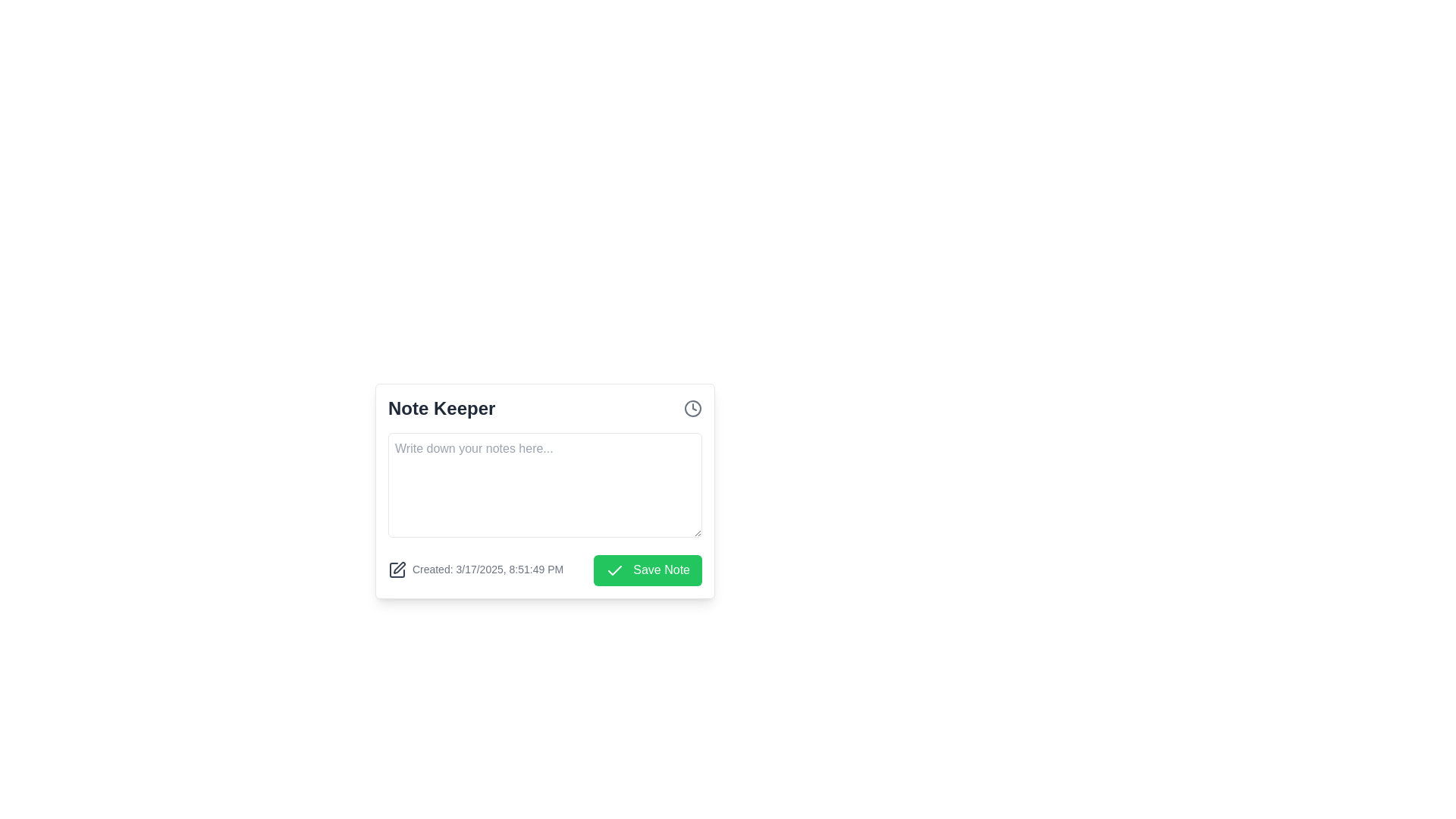  Describe the element at coordinates (692, 408) in the screenshot. I see `the SVG Circle Graphic that serves as the outer boundary of the clock icon in the top right corner of the 'Note Keeper' interface` at that location.